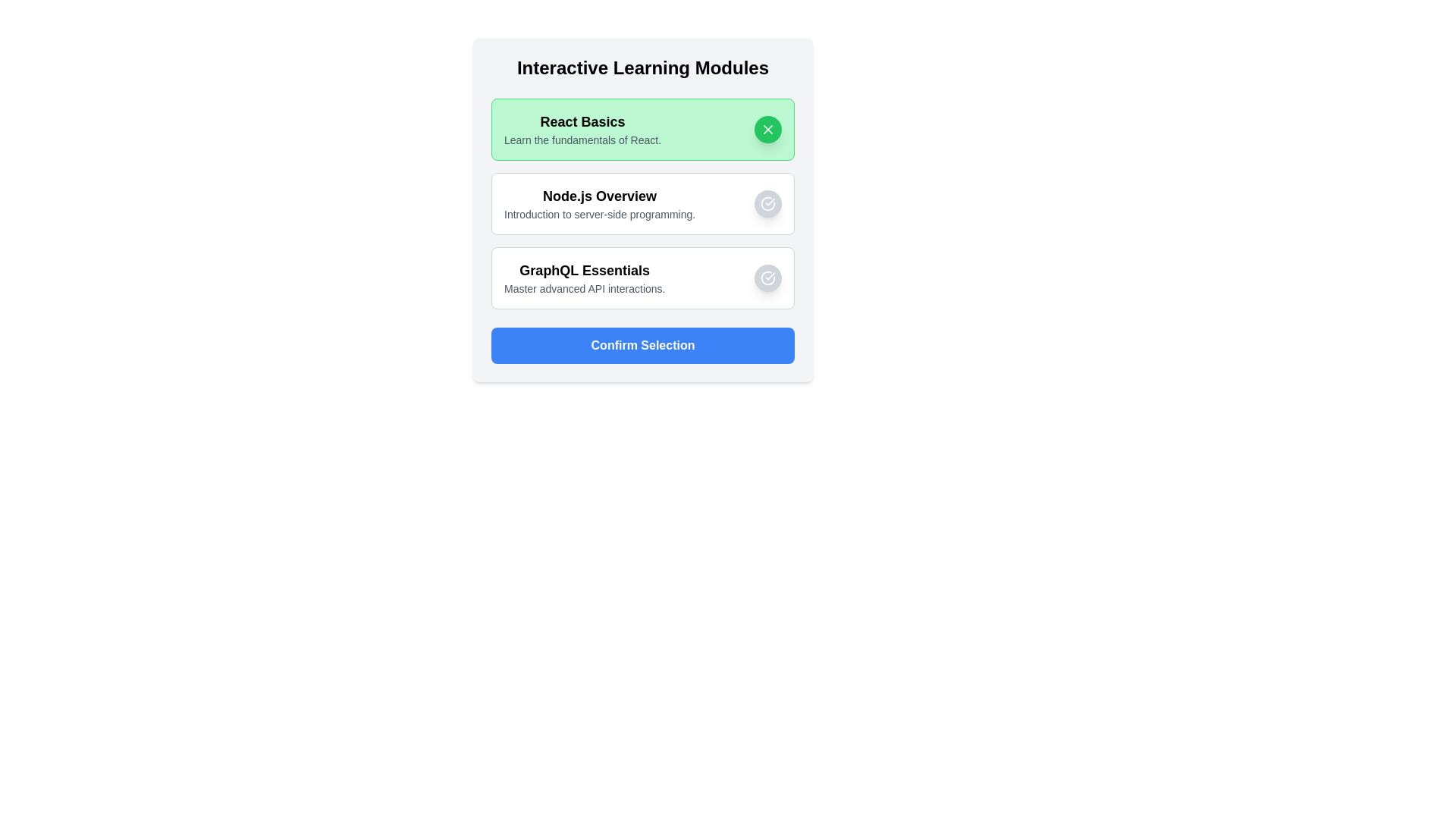  What do you see at coordinates (643, 203) in the screenshot?
I see `the item Node.js Overview to observe its hover effect` at bounding box center [643, 203].